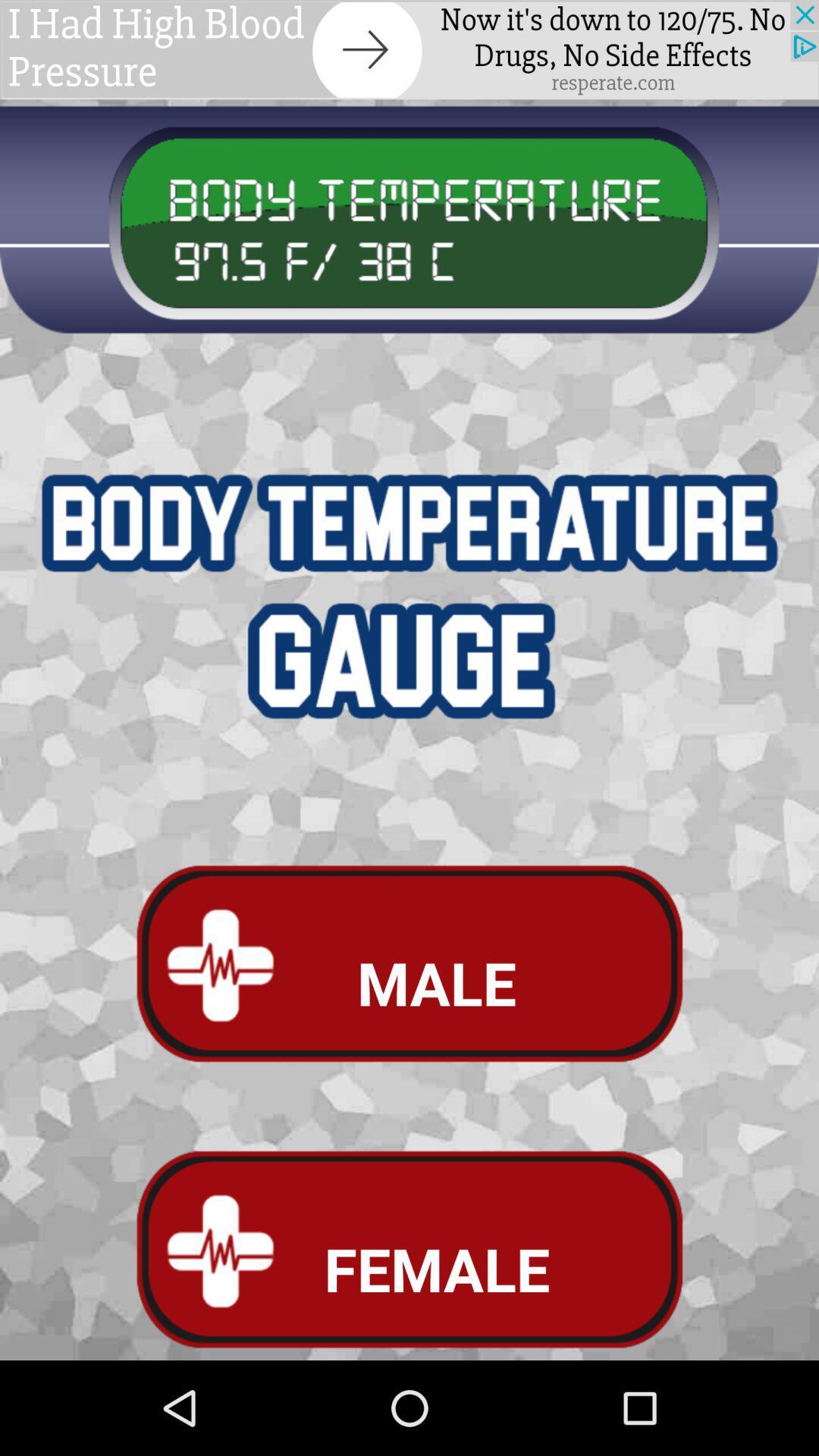  Describe the element at coordinates (409, 49) in the screenshot. I see `next` at that location.